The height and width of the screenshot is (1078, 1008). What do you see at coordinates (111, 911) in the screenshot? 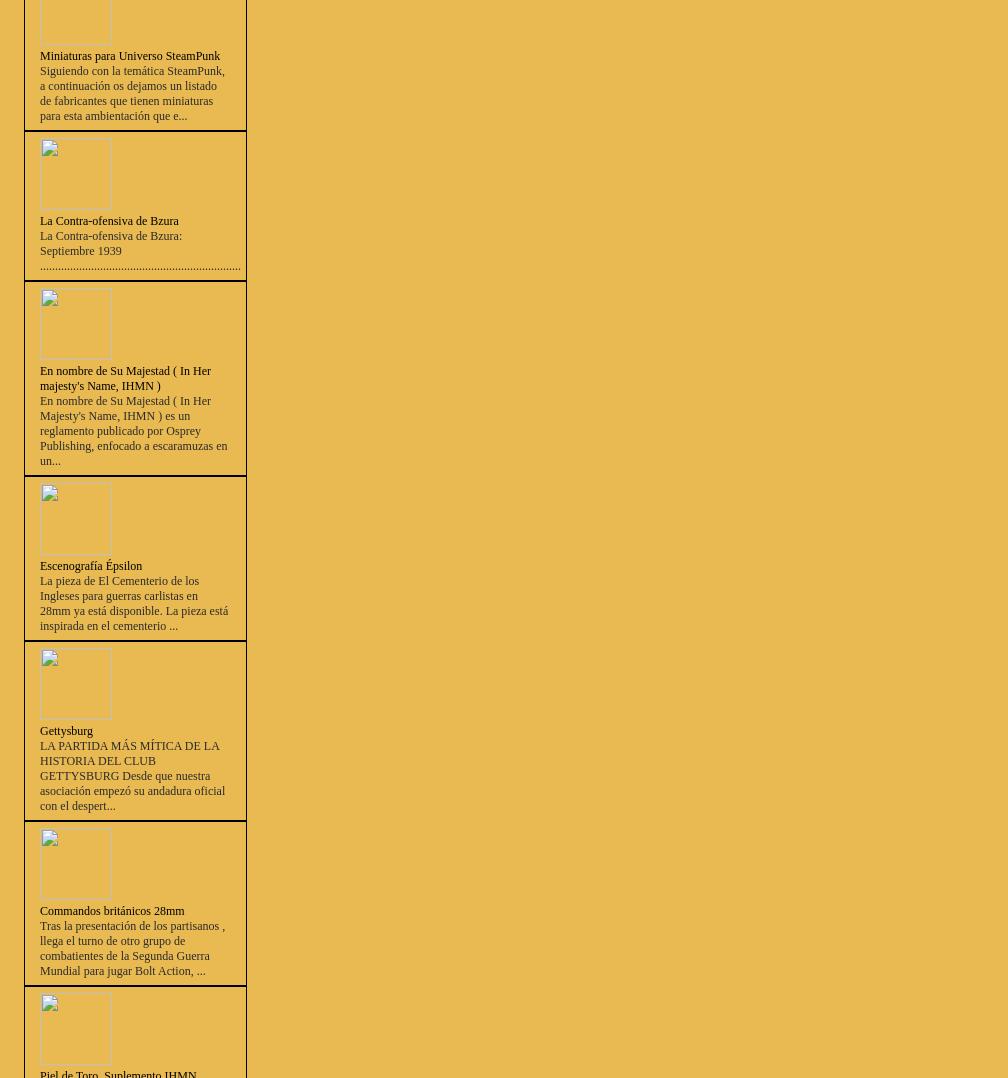
I see `'Commandos británicos 28mm'` at bounding box center [111, 911].